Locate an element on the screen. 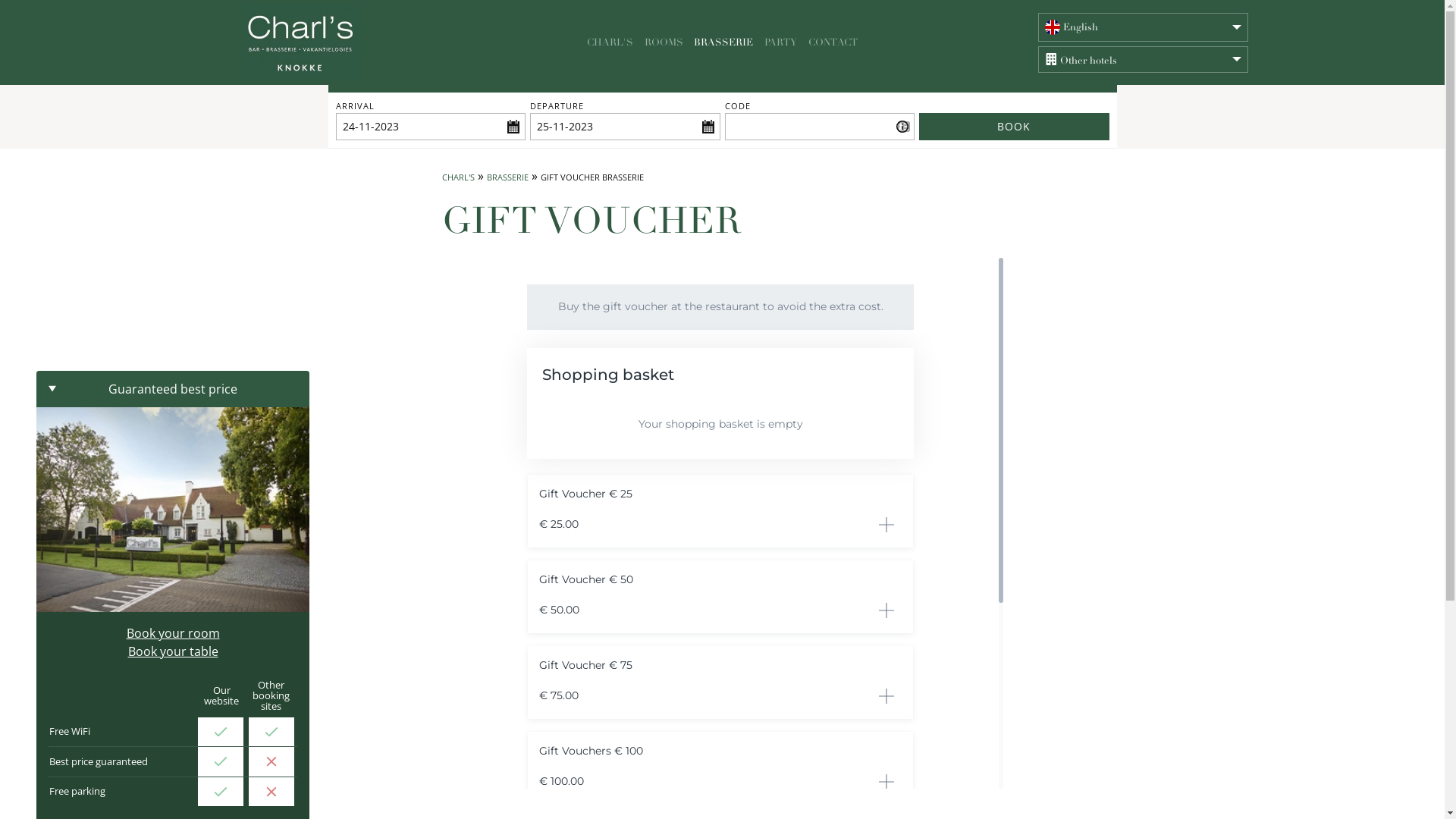 This screenshot has width=1456, height=819. 'Book' is located at coordinates (918, 125).